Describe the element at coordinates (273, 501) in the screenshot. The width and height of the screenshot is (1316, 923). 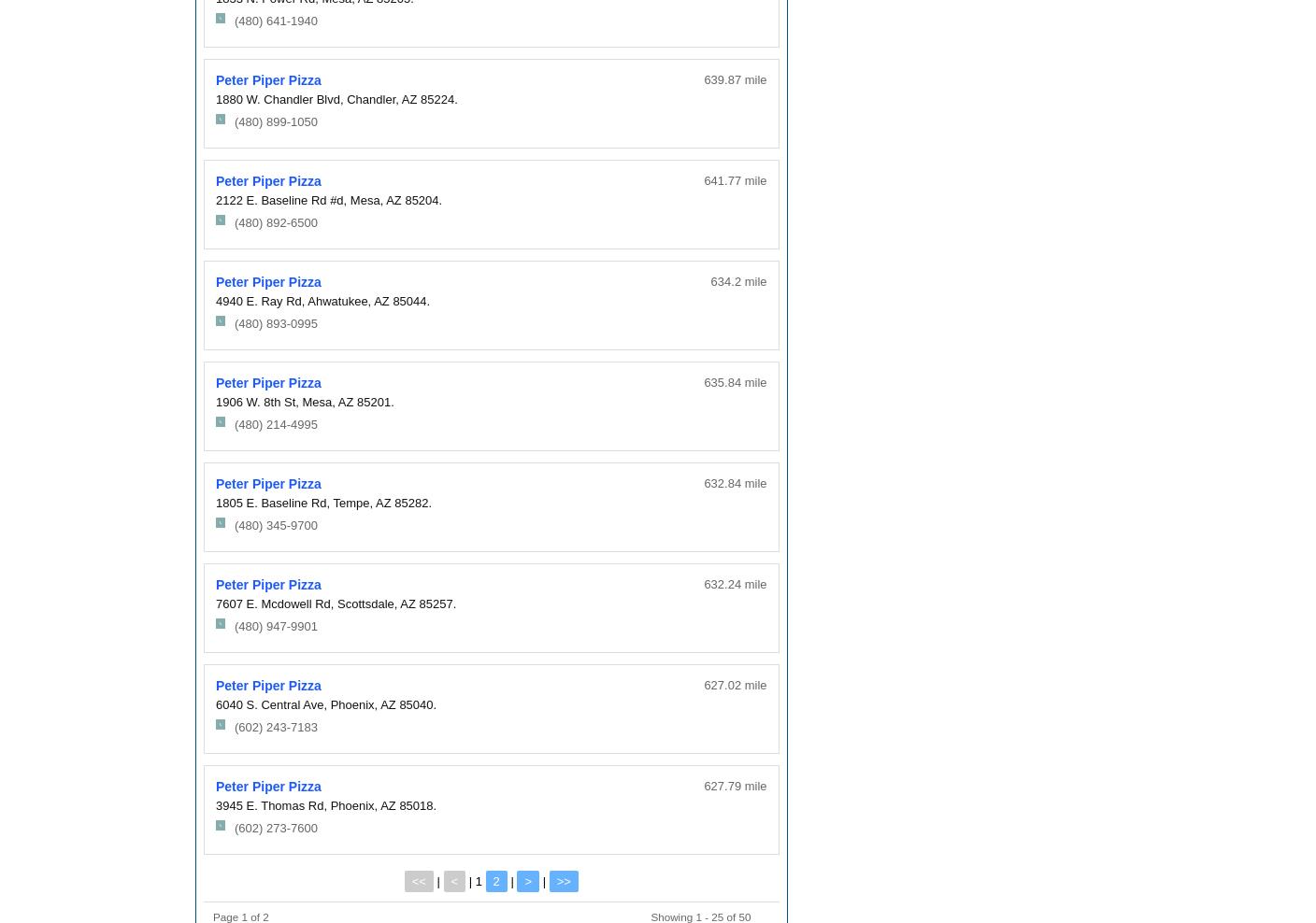
I see `'1805 E. Baseline Rd,'` at that location.